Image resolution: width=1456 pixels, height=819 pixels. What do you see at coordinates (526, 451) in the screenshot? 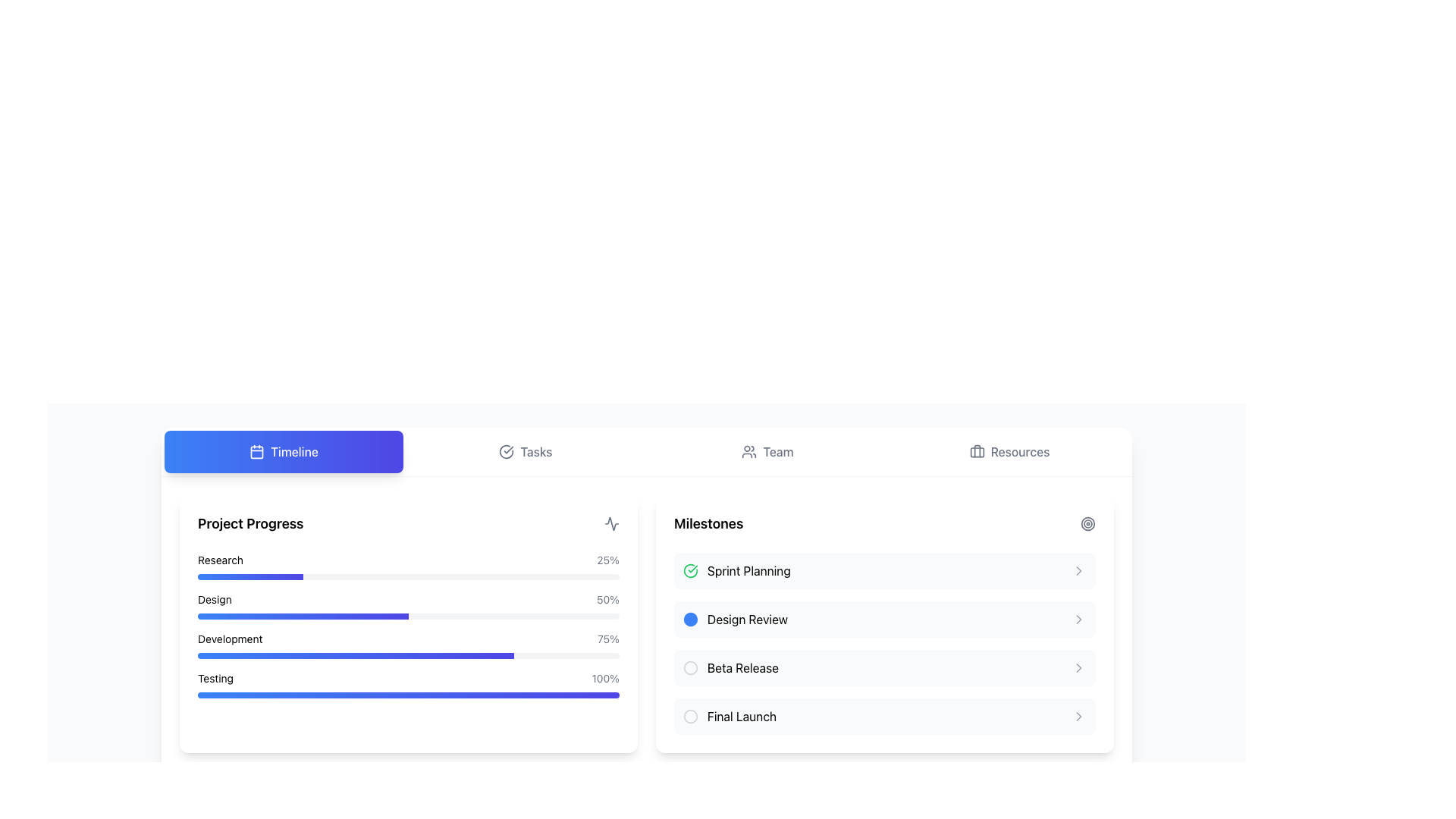
I see `the second button in the navigation bar that redirects to task management or task overview` at bounding box center [526, 451].